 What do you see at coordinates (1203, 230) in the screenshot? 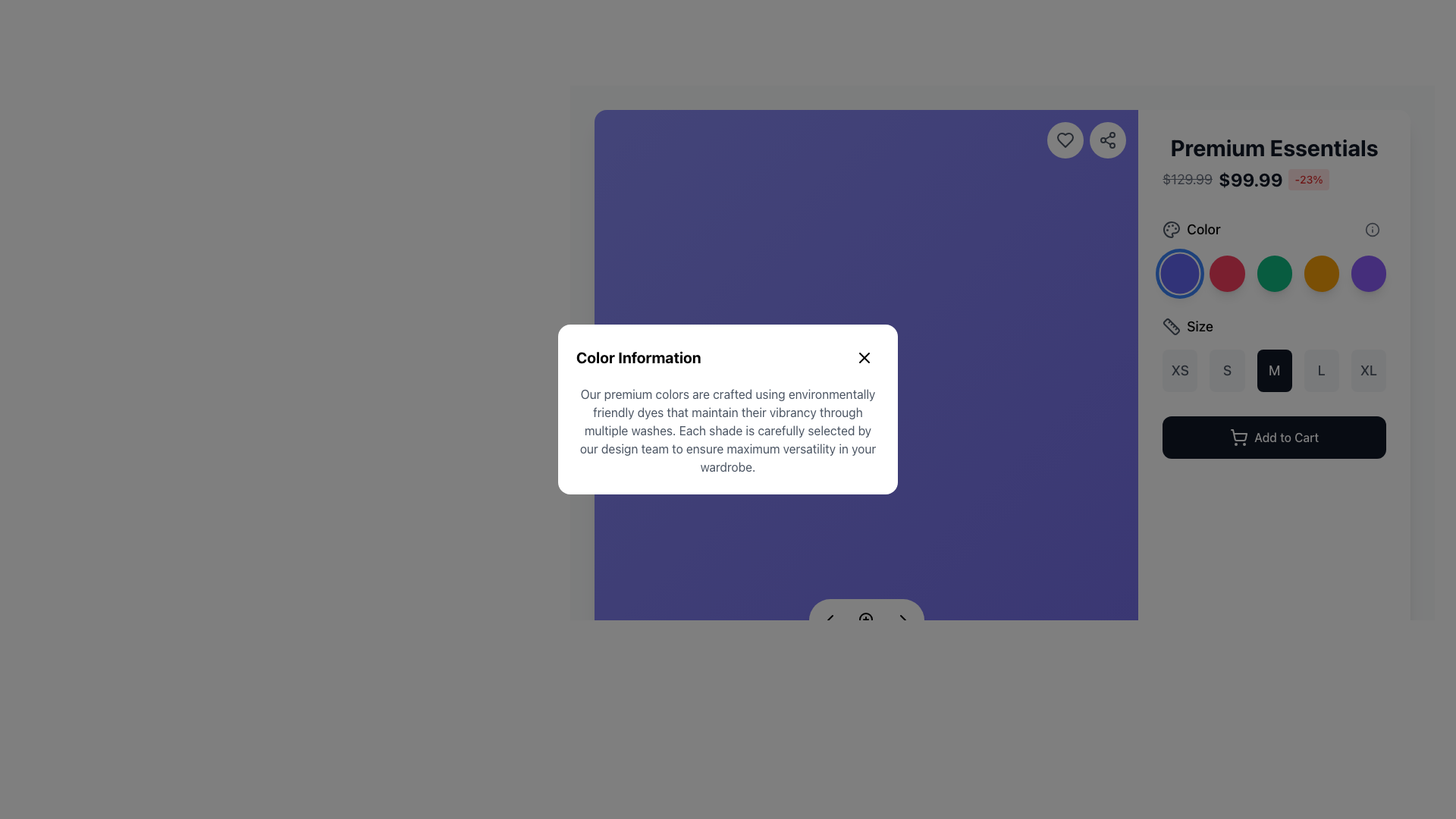
I see `text label displaying 'Color' to understand the context, located next to the color palette icon` at bounding box center [1203, 230].